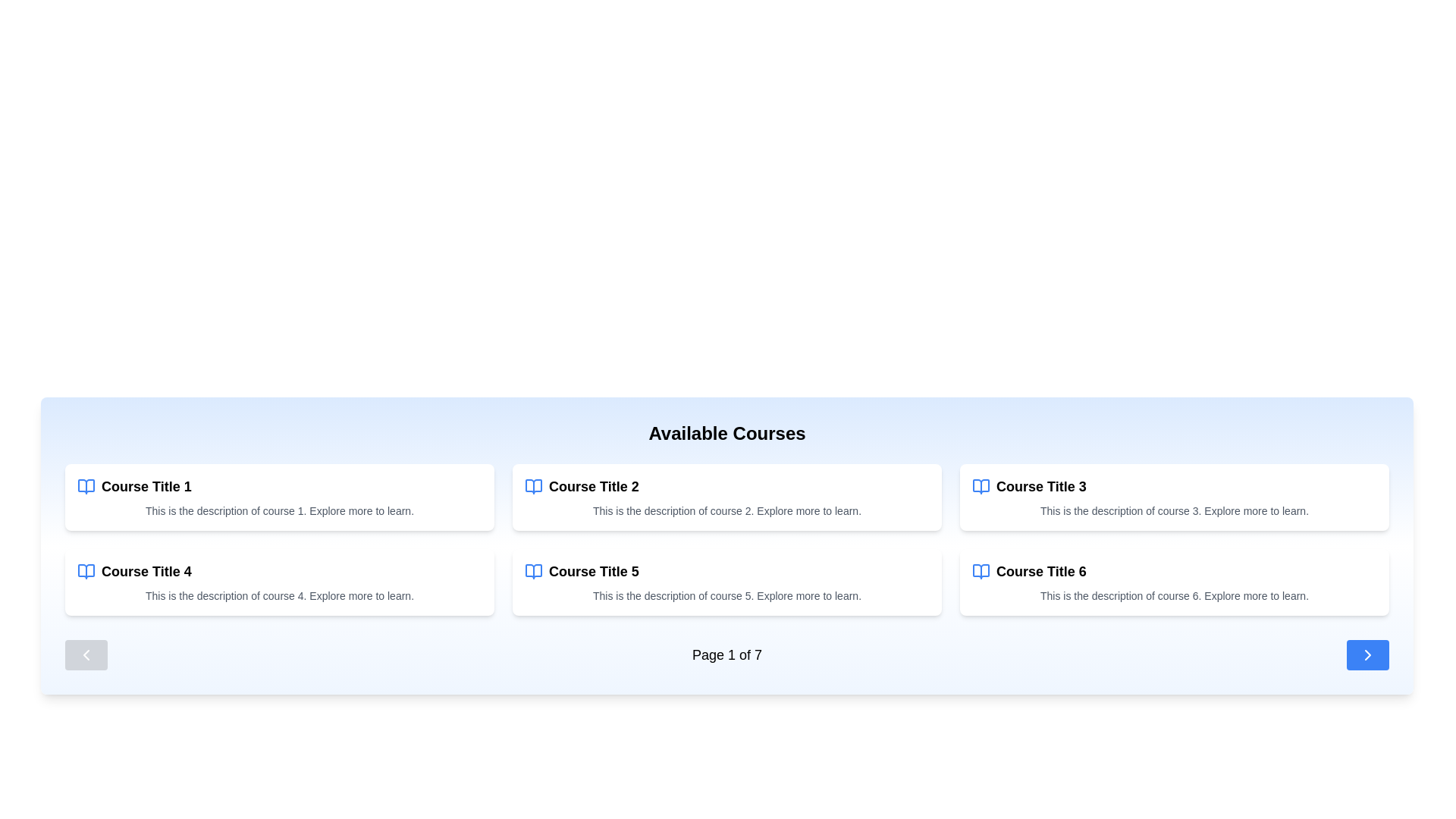 The image size is (1456, 819). Describe the element at coordinates (534, 486) in the screenshot. I see `the decorative icon representing the course content type for 'Course Title 2', located at the top-left corner of the card adjacent to the course title text` at that location.